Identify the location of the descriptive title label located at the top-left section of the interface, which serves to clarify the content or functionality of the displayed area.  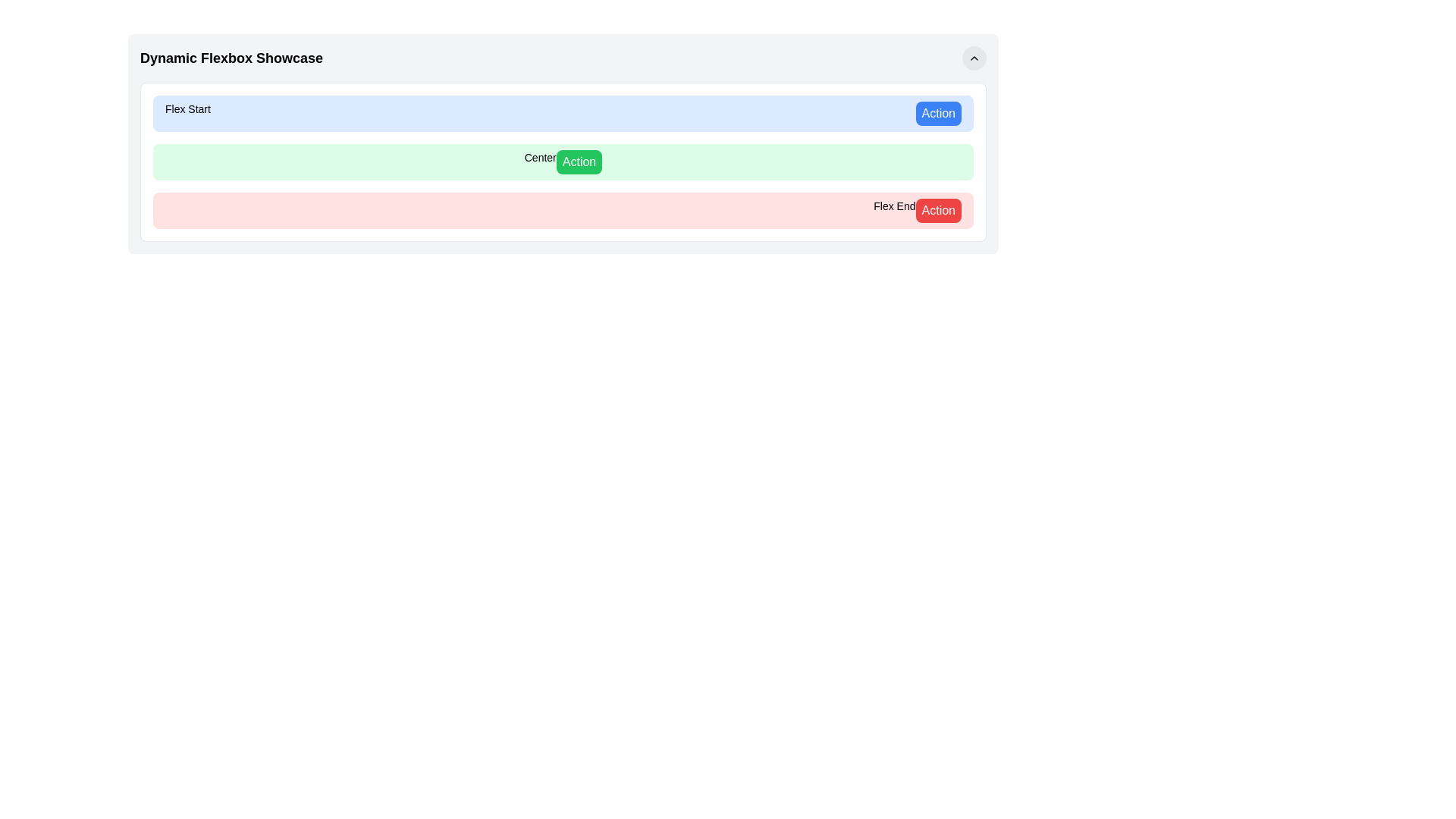
(231, 58).